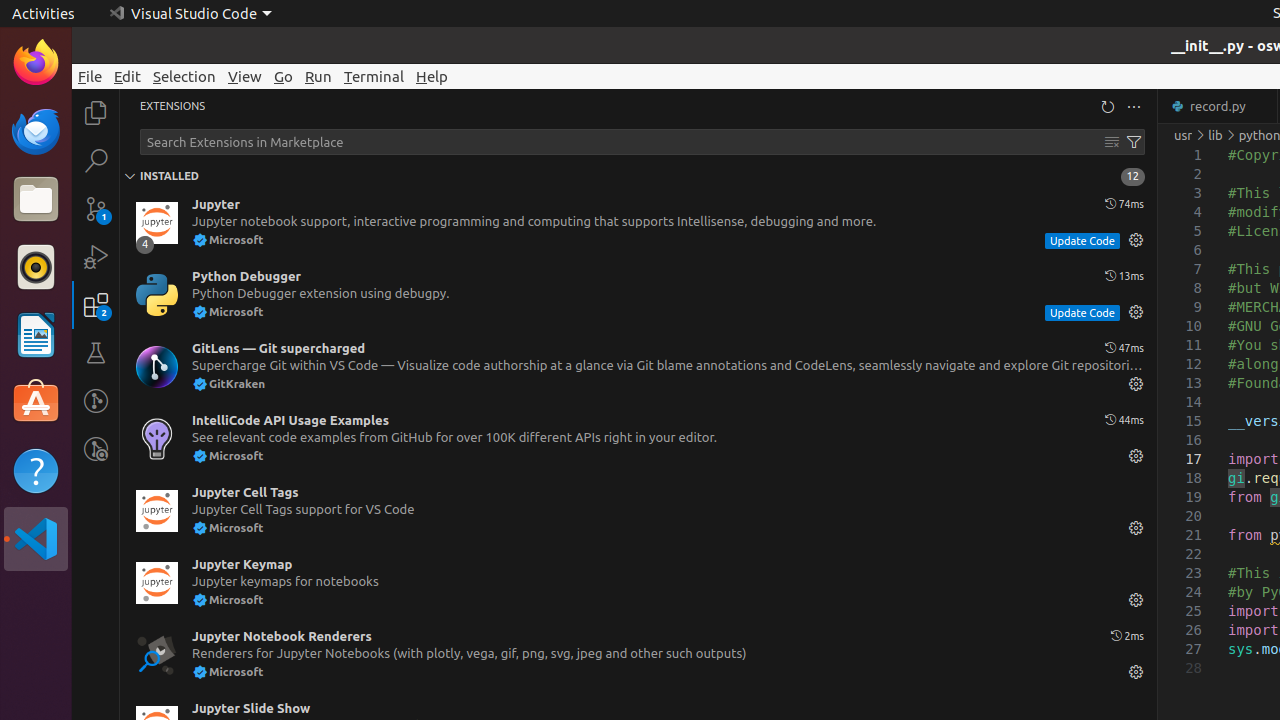  What do you see at coordinates (35, 61) in the screenshot?
I see `'Firefox Web Browser'` at bounding box center [35, 61].